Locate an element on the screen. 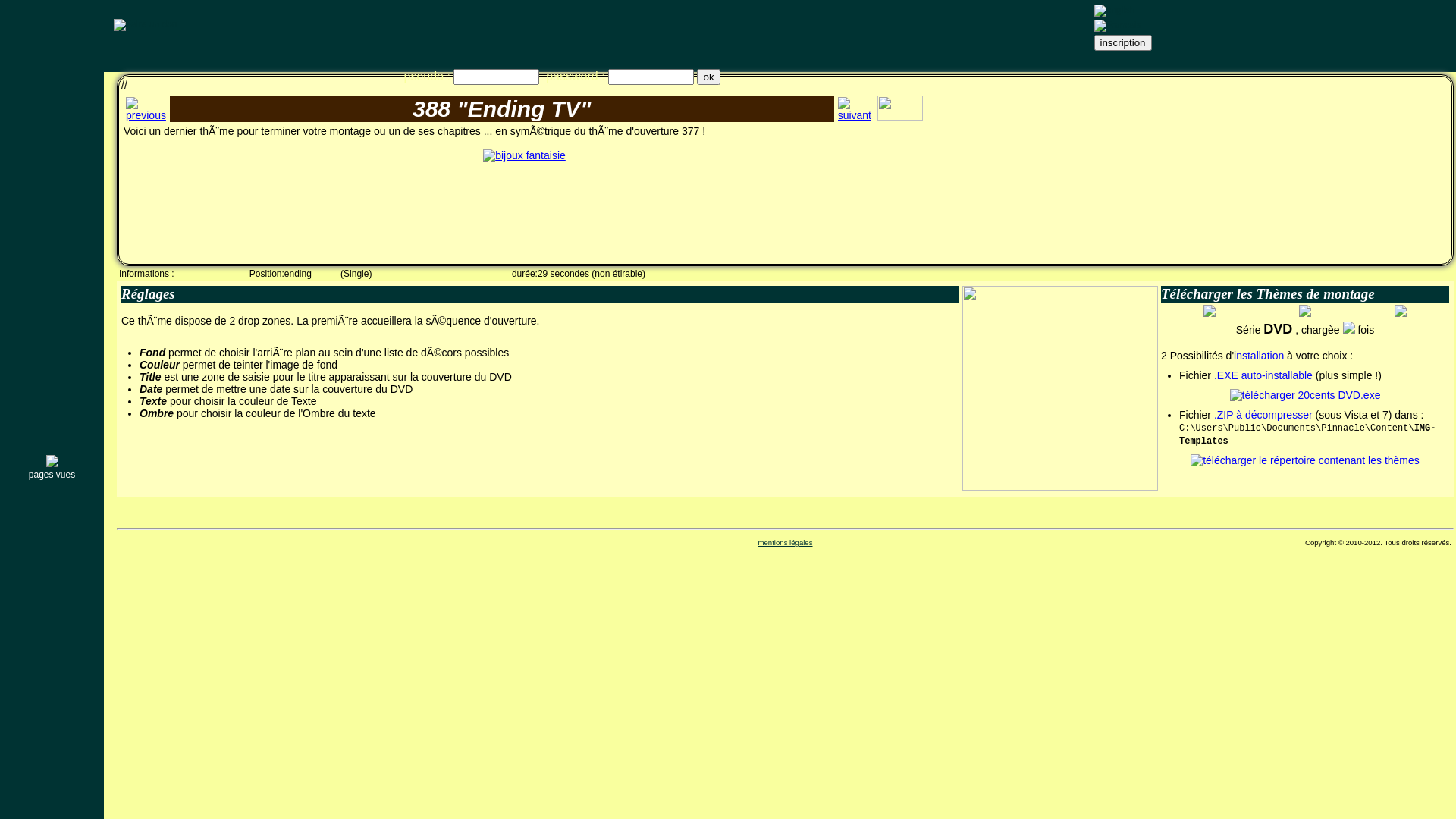 This screenshot has height=819, width=1456. '.EXE auto-installable' is located at coordinates (1263, 375).